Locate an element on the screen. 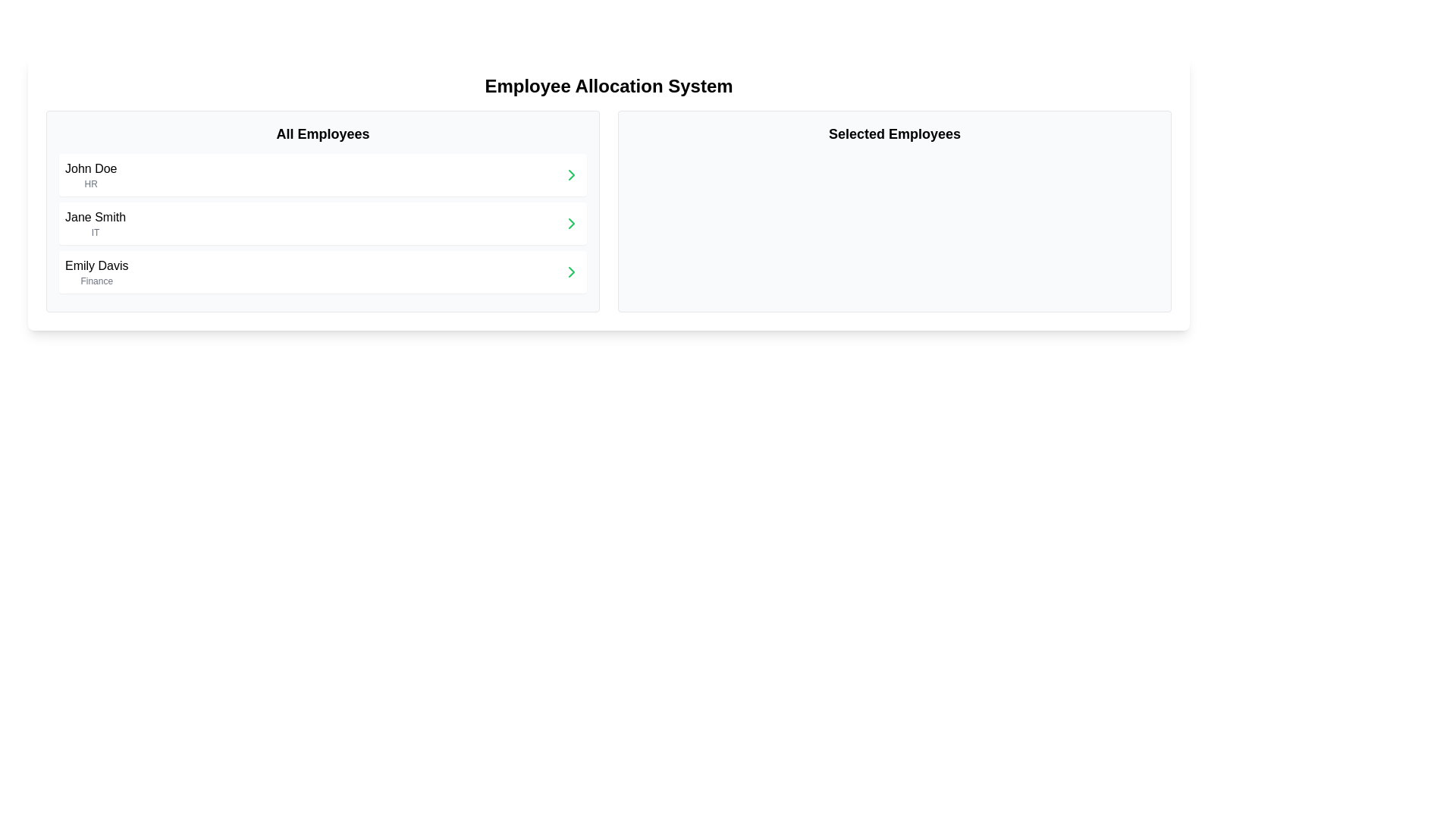 This screenshot has height=819, width=1456. the structured multi-line text display showing 'Jane Smith', which is the second entry is located at coordinates (94, 223).